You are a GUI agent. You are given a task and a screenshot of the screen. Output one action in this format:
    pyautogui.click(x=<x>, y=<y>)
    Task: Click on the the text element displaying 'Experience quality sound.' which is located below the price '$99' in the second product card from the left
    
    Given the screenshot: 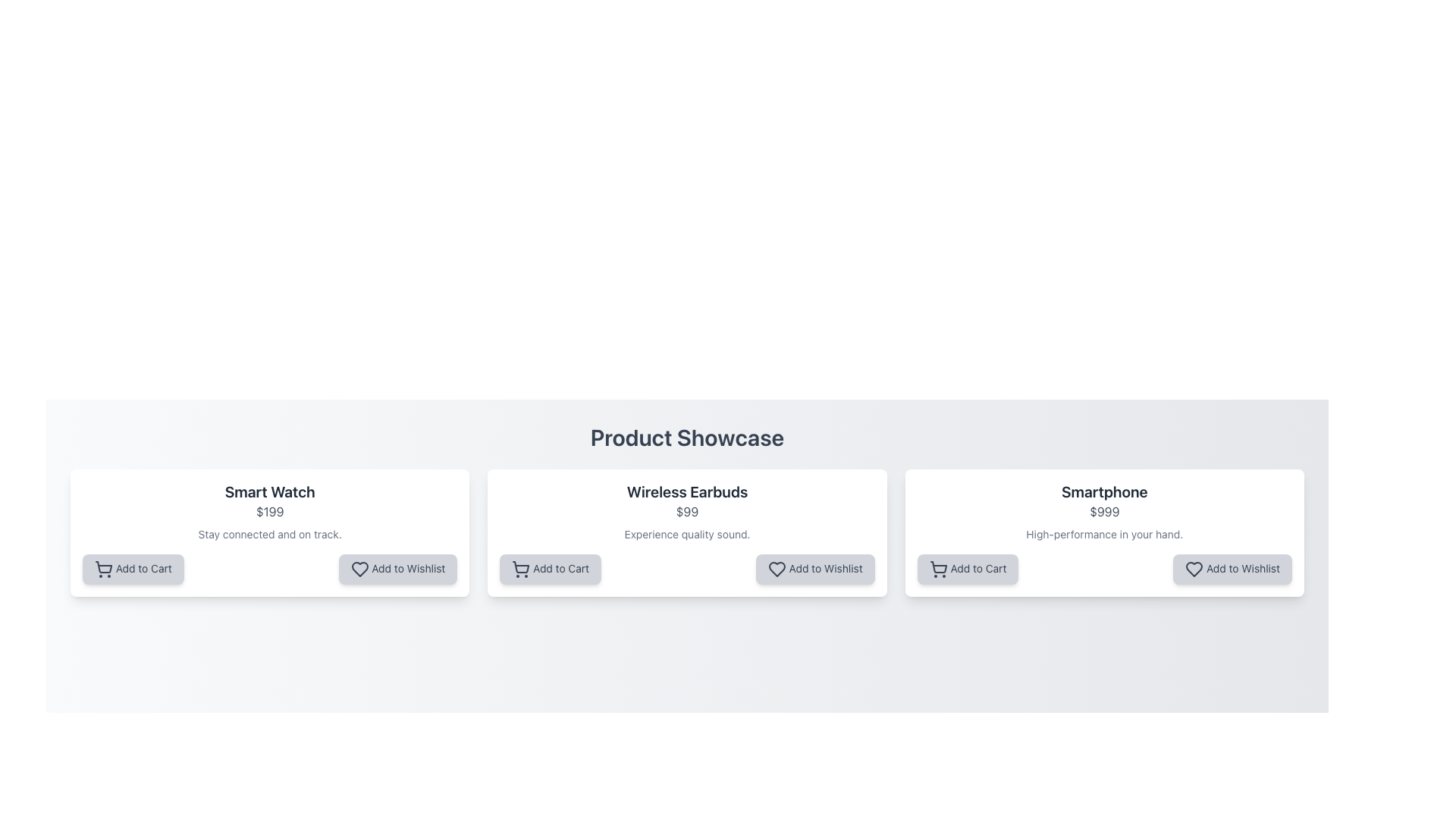 What is the action you would take?
    pyautogui.click(x=686, y=534)
    